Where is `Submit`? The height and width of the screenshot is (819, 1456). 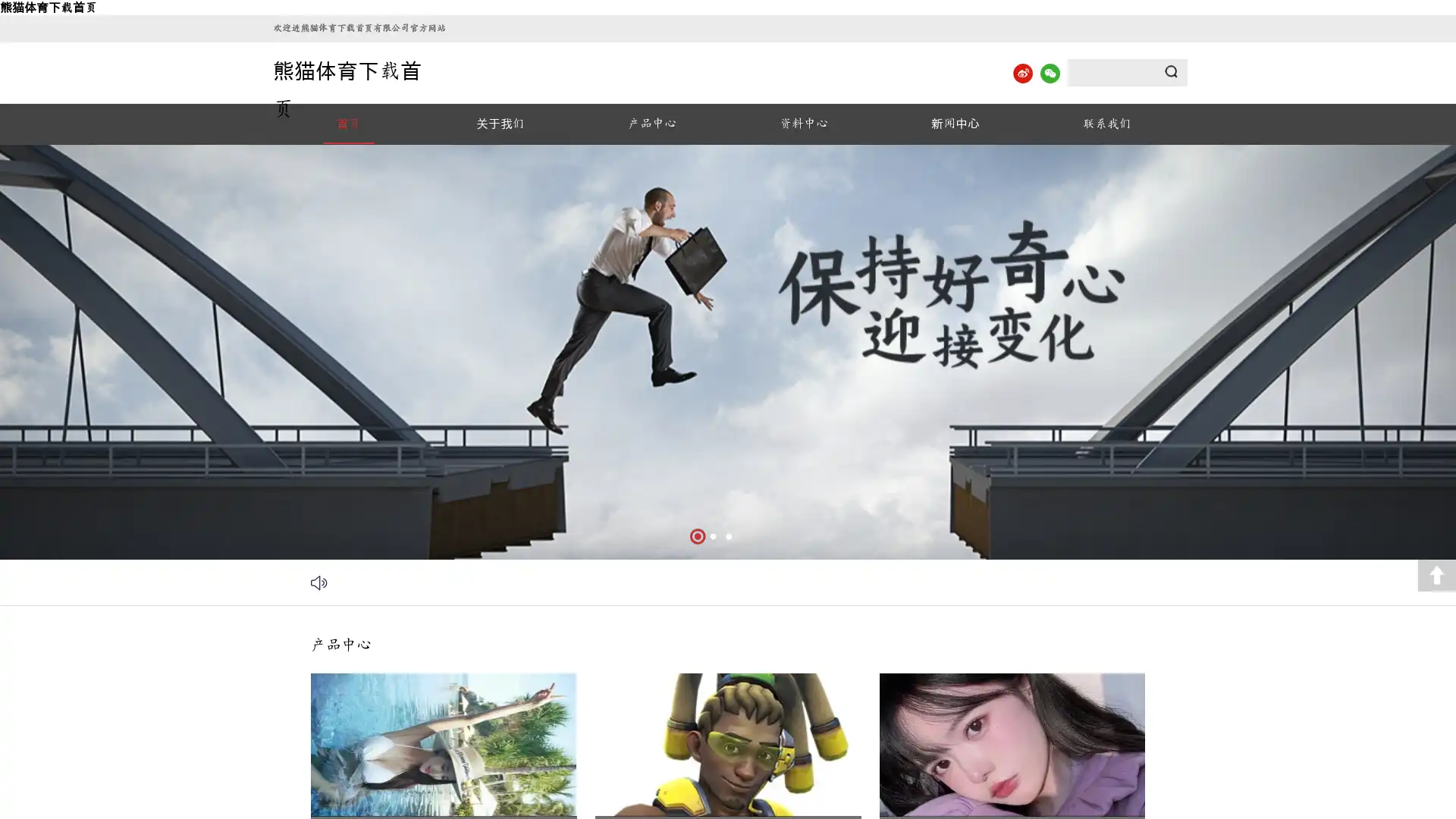
Submit is located at coordinates (1171, 72).